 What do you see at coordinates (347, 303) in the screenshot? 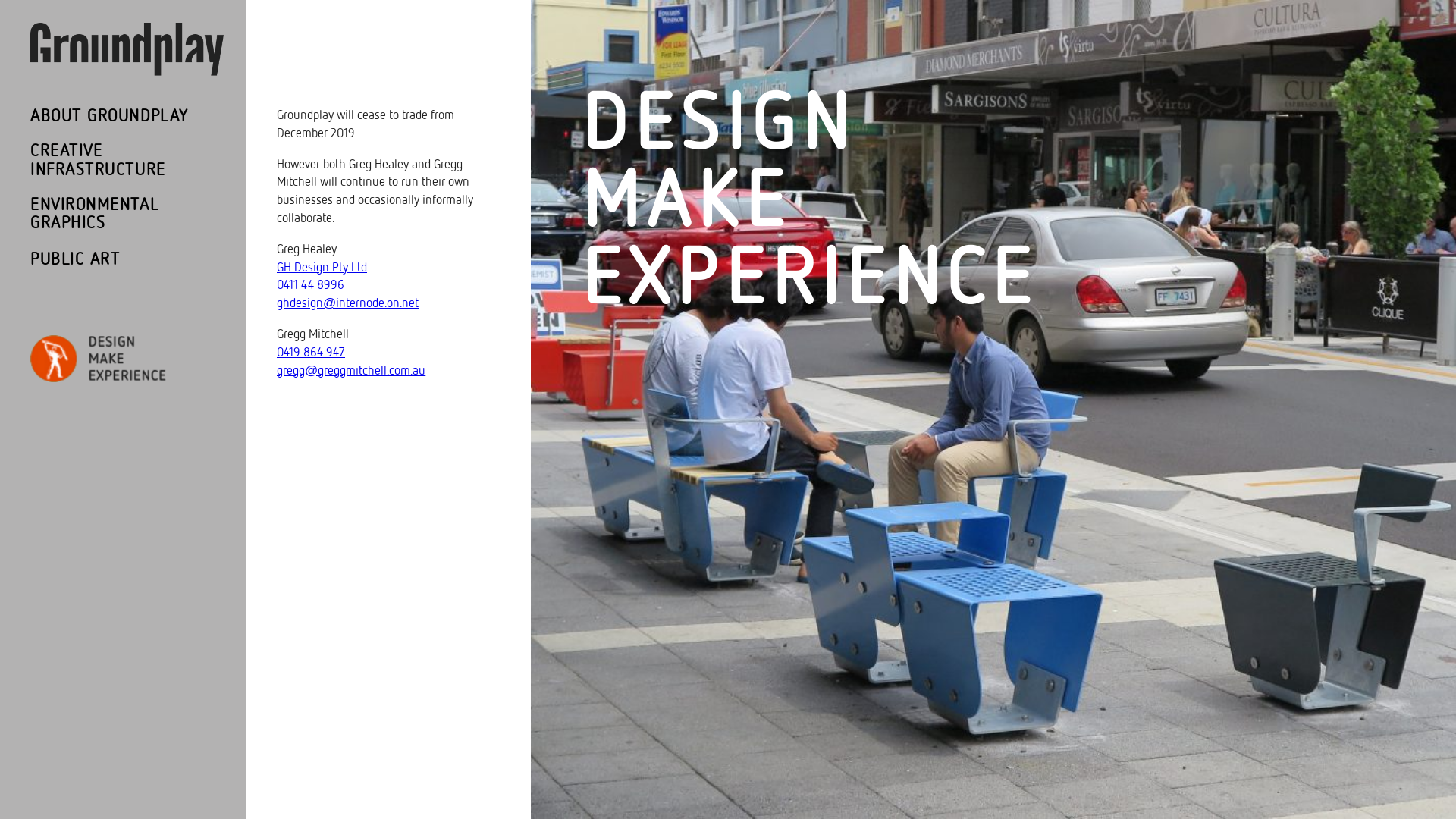
I see `'ghdesign@internode.on.net'` at bounding box center [347, 303].